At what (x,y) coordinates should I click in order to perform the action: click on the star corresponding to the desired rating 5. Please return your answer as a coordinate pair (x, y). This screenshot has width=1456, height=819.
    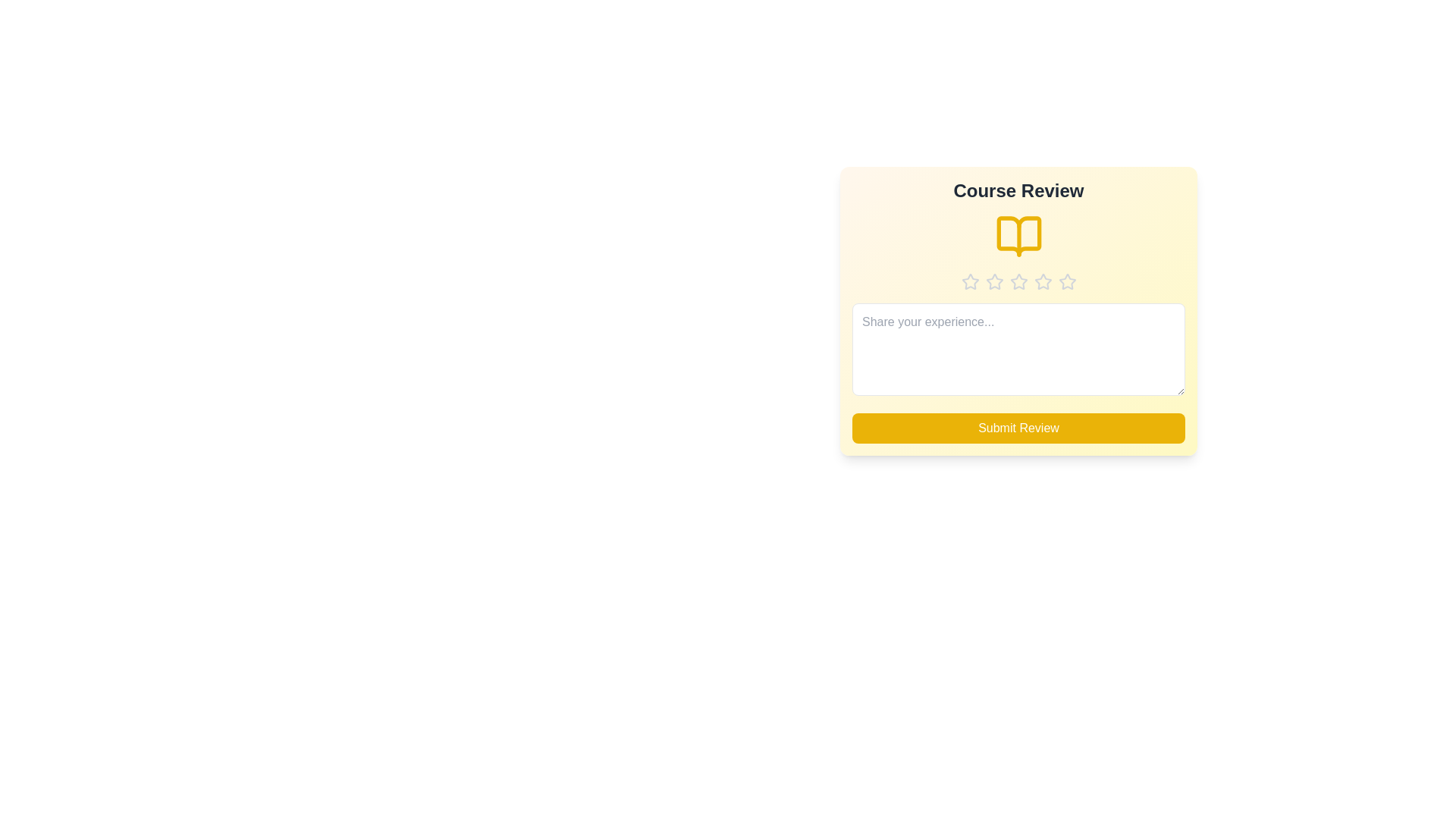
    Looking at the image, I should click on (1066, 281).